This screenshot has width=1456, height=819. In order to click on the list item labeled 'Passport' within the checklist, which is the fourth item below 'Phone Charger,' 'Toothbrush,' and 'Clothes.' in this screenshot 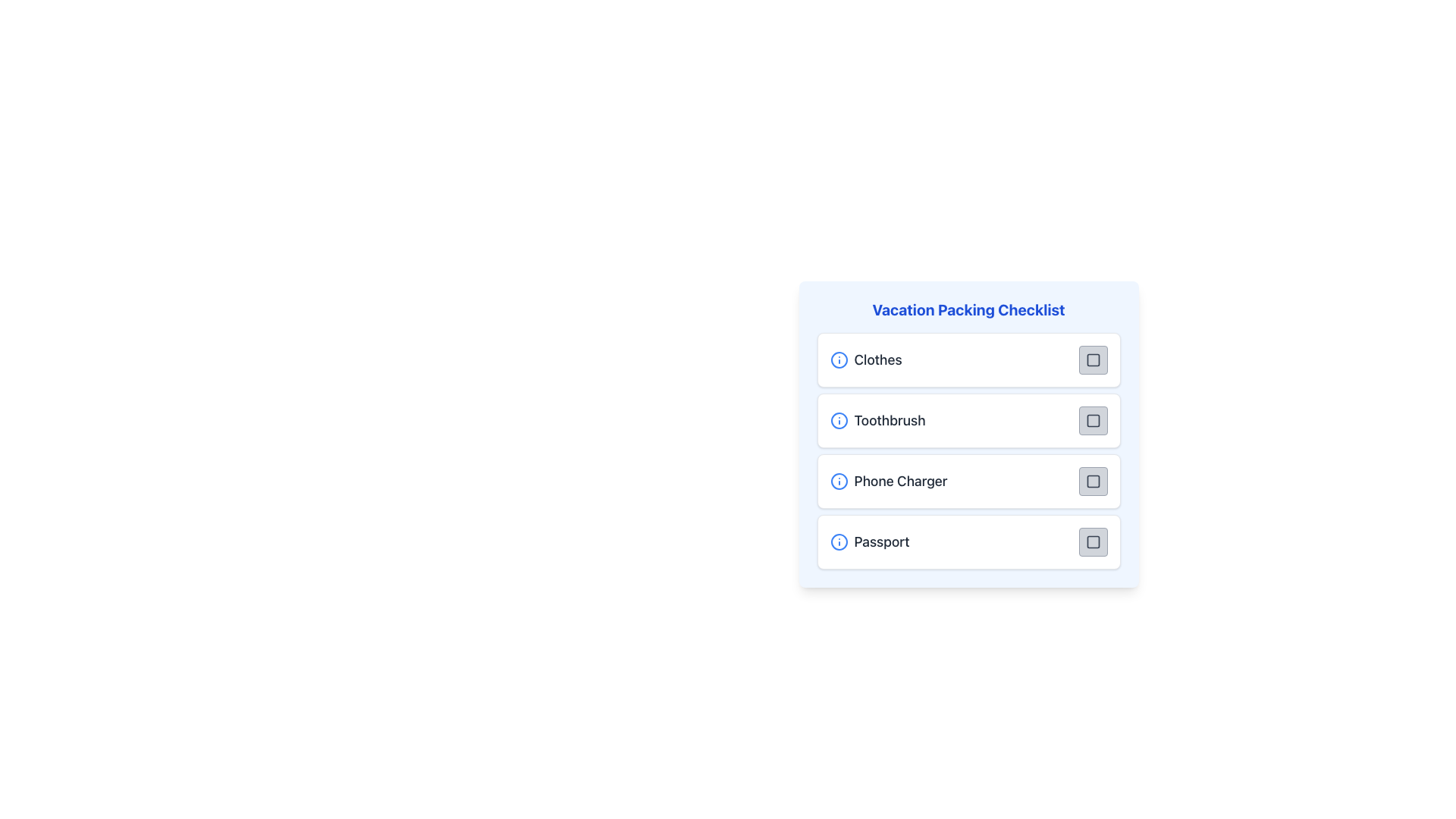, I will do `click(870, 541)`.